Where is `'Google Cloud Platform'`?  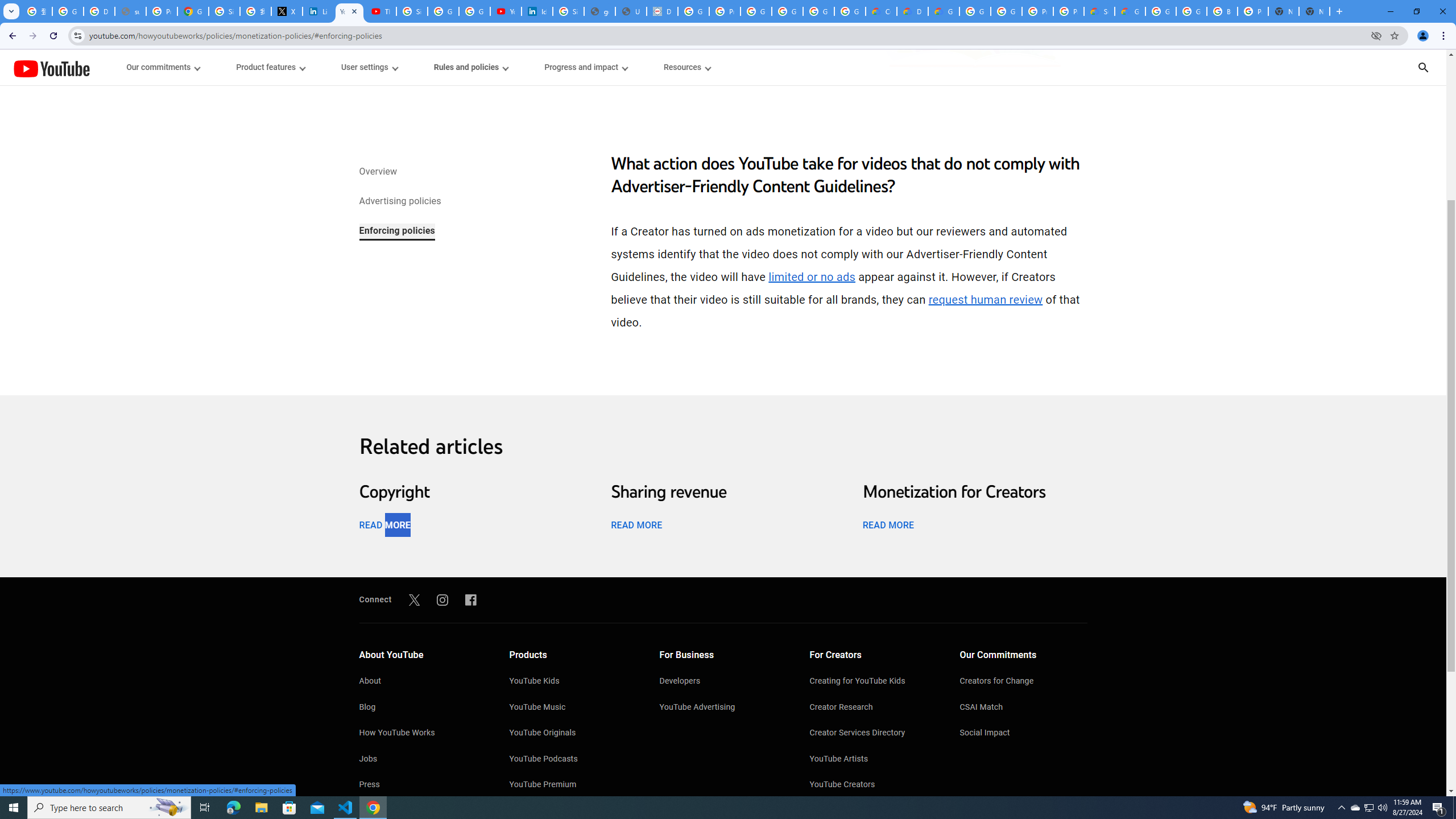 'Google Cloud Platform' is located at coordinates (974, 11).